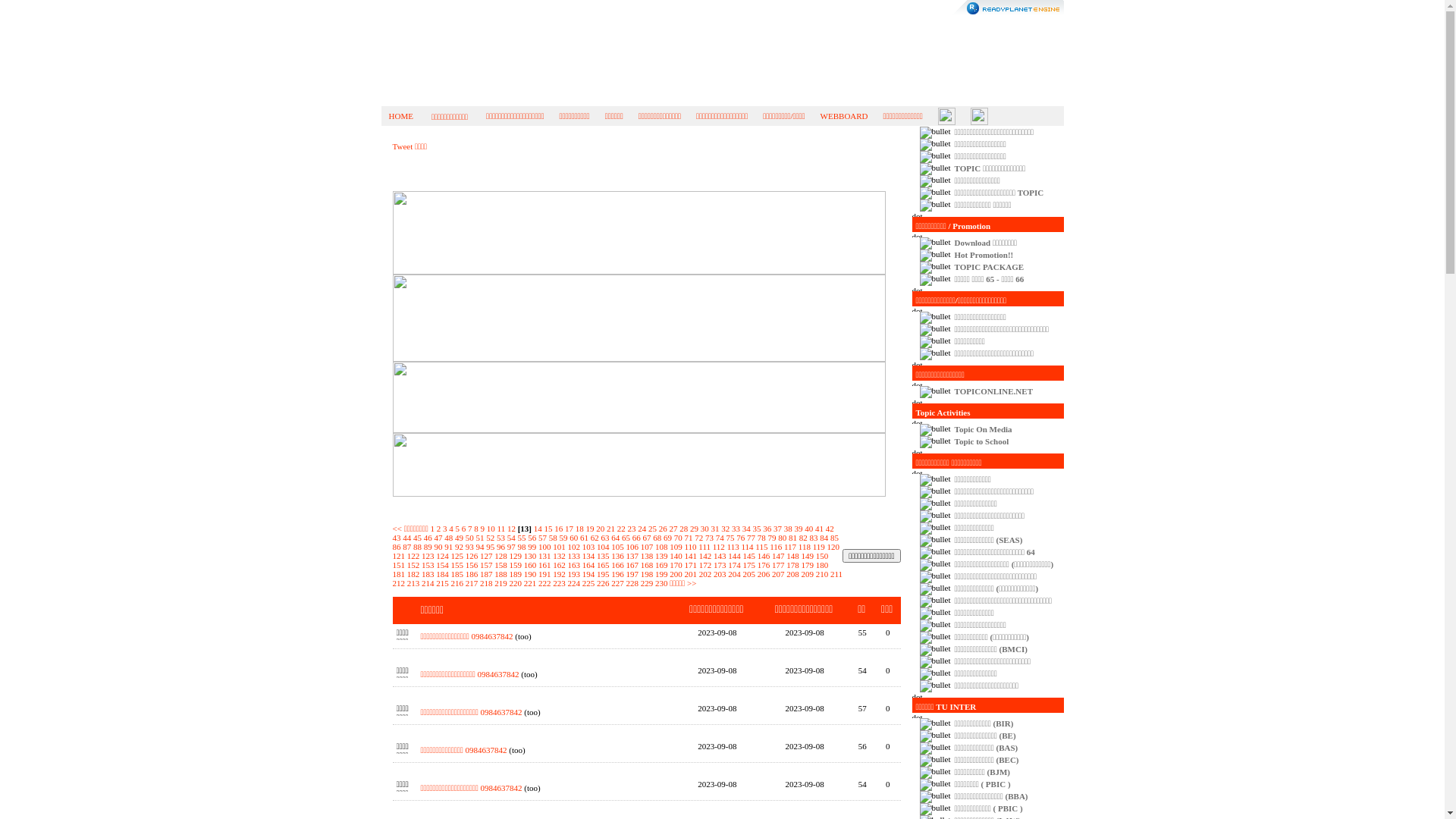  Describe the element at coordinates (698, 547) in the screenshot. I see `'111'` at that location.